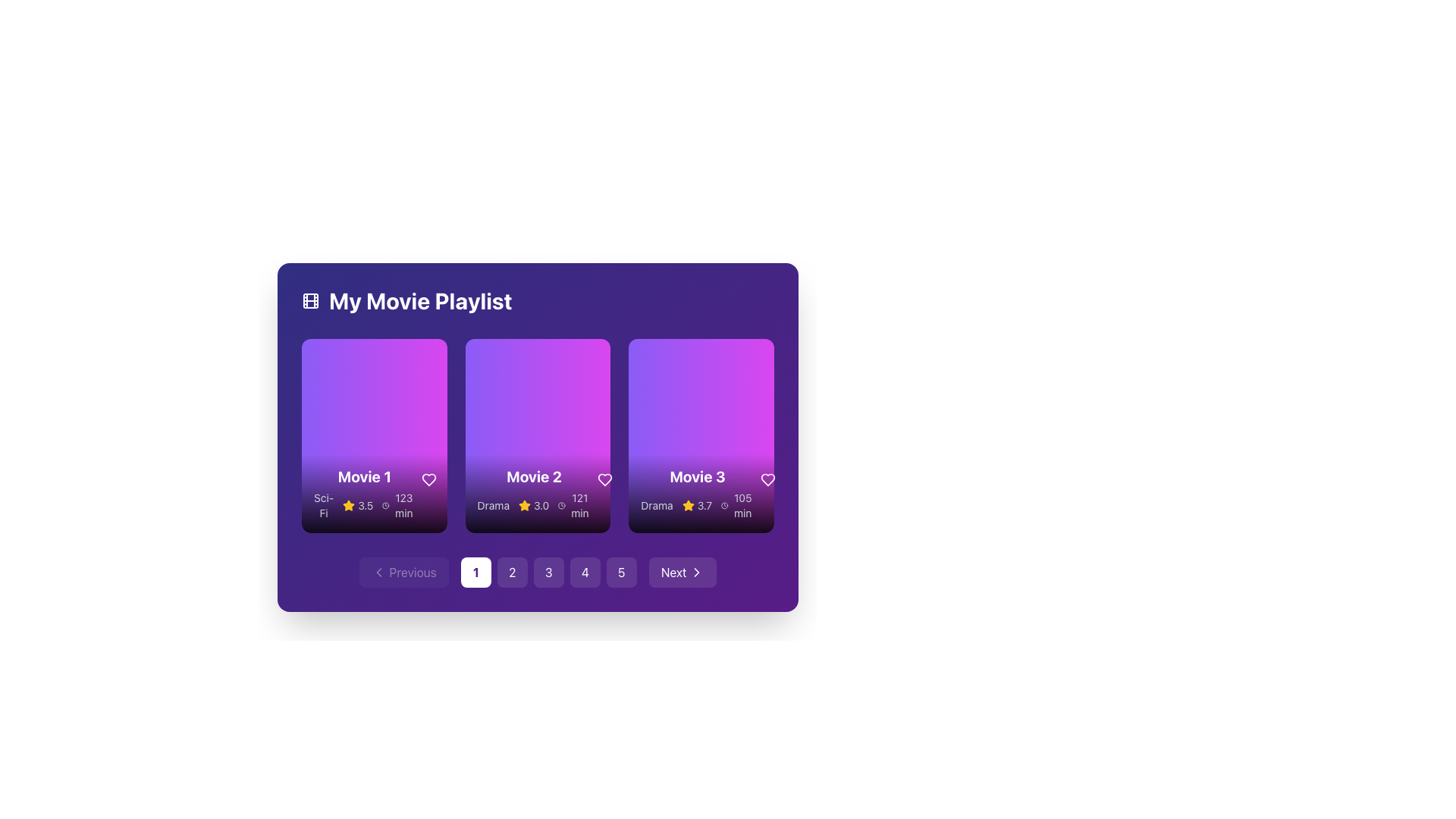 The image size is (1456, 819). Describe the element at coordinates (534, 506) in the screenshot. I see `the information of the 'Drama' text grouping with icons element that includes a yellow star icon with a rating of '3.0' and a clock icon with a runtime of '121 min', located below the title 'Movie 2'` at that location.